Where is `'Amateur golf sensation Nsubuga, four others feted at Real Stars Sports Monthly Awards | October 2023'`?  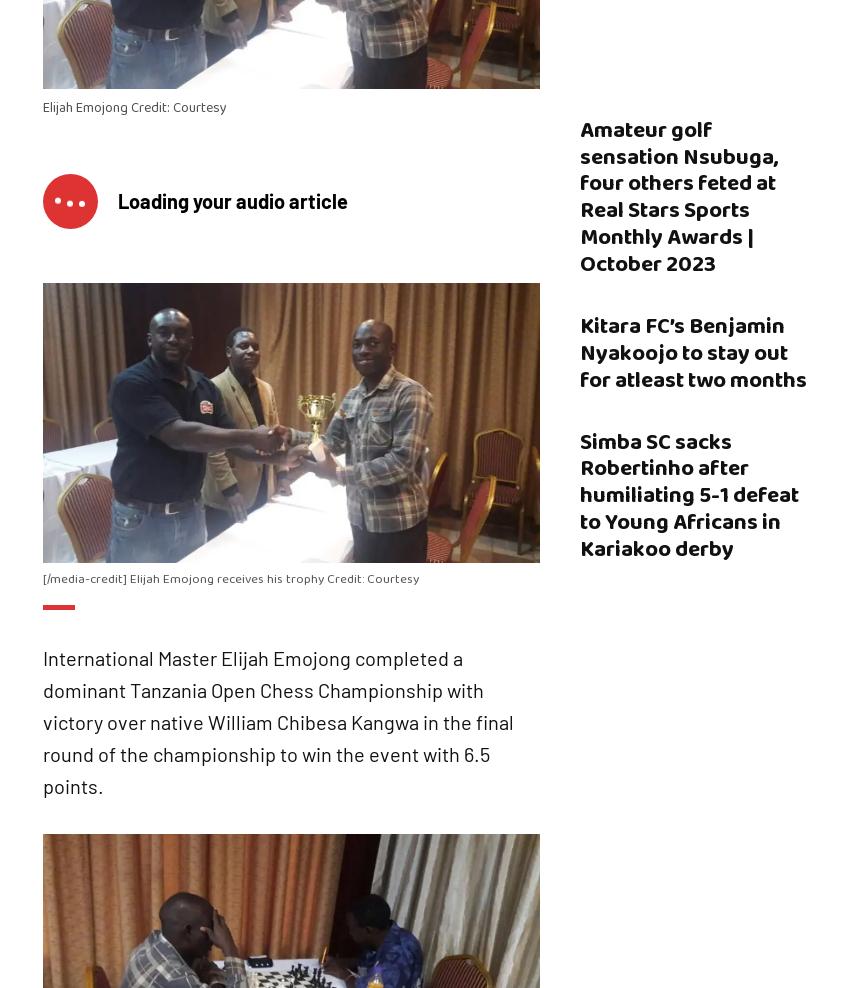
'Amateur golf sensation Nsubuga, four others feted at Real Stars Sports Monthly Awards | October 2023' is located at coordinates (678, 197).